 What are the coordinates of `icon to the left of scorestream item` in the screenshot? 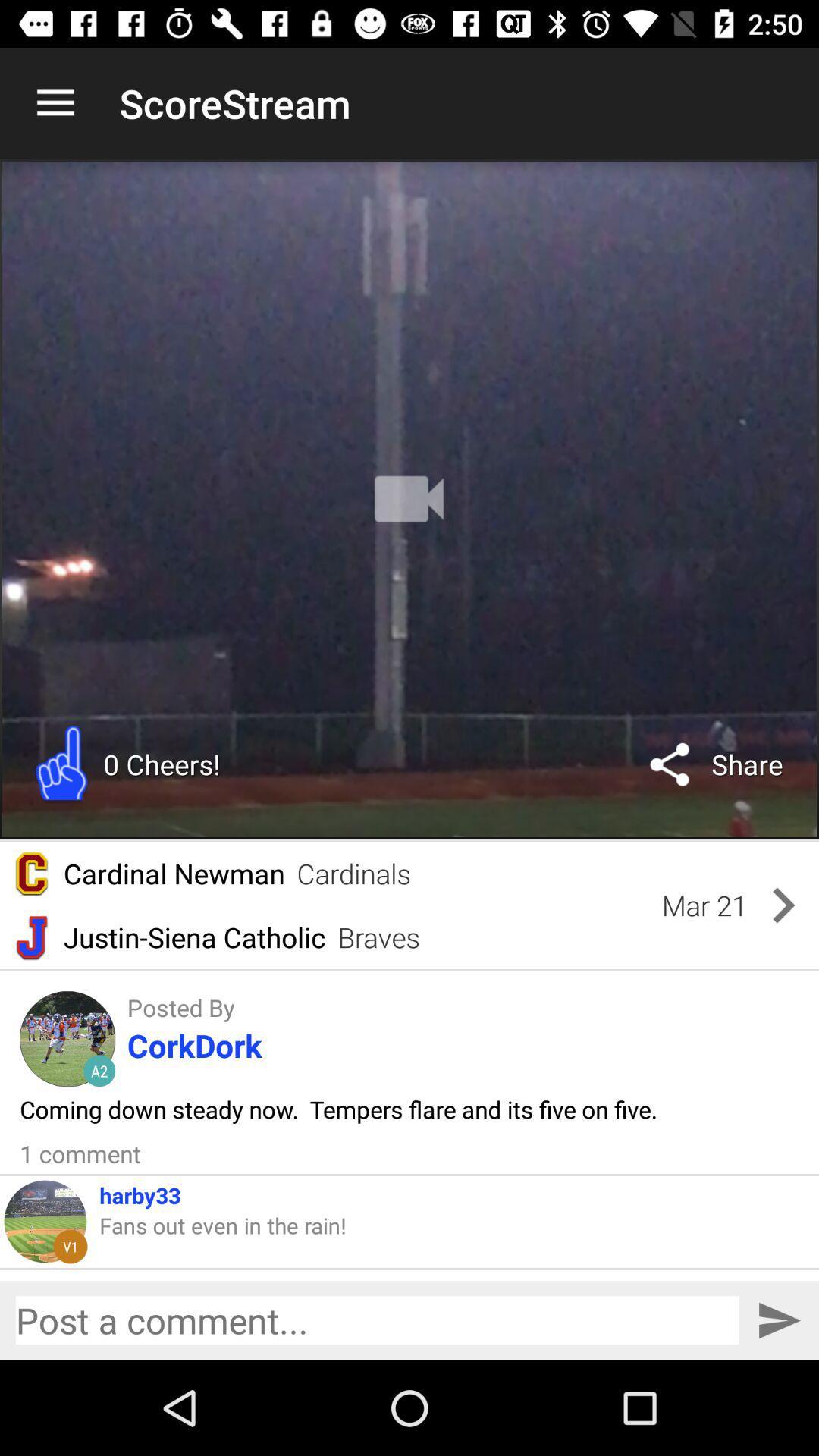 It's located at (55, 102).